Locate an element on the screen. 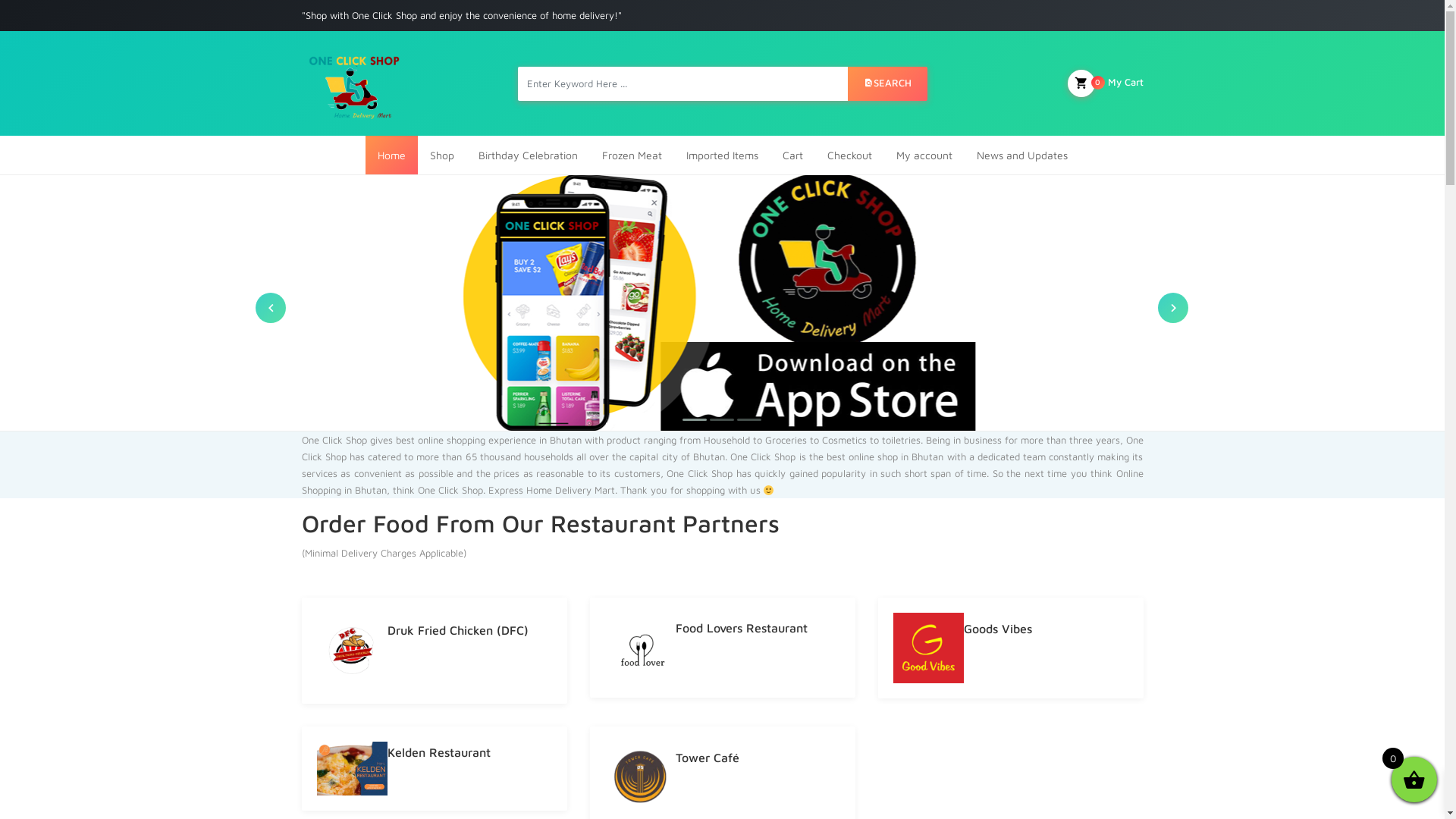 The image size is (1456, 819). 'Goods Vibes' is located at coordinates (997, 631).